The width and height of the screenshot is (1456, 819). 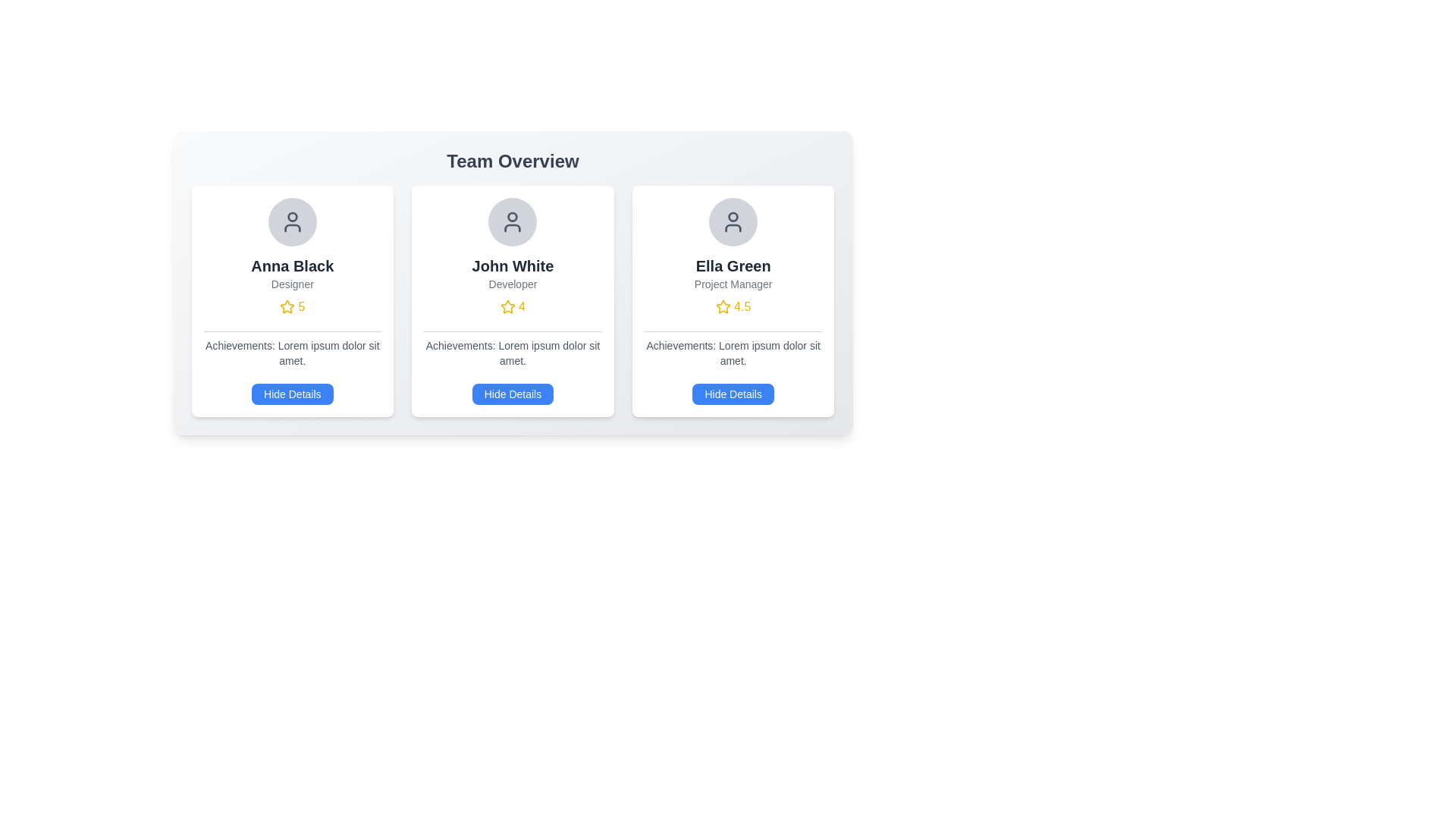 I want to click on the text label that reads 'Project Manager', which is styled with a small font and grey color, located below 'Ella Green' in the third card of team member profiles, so click(x=733, y=284).